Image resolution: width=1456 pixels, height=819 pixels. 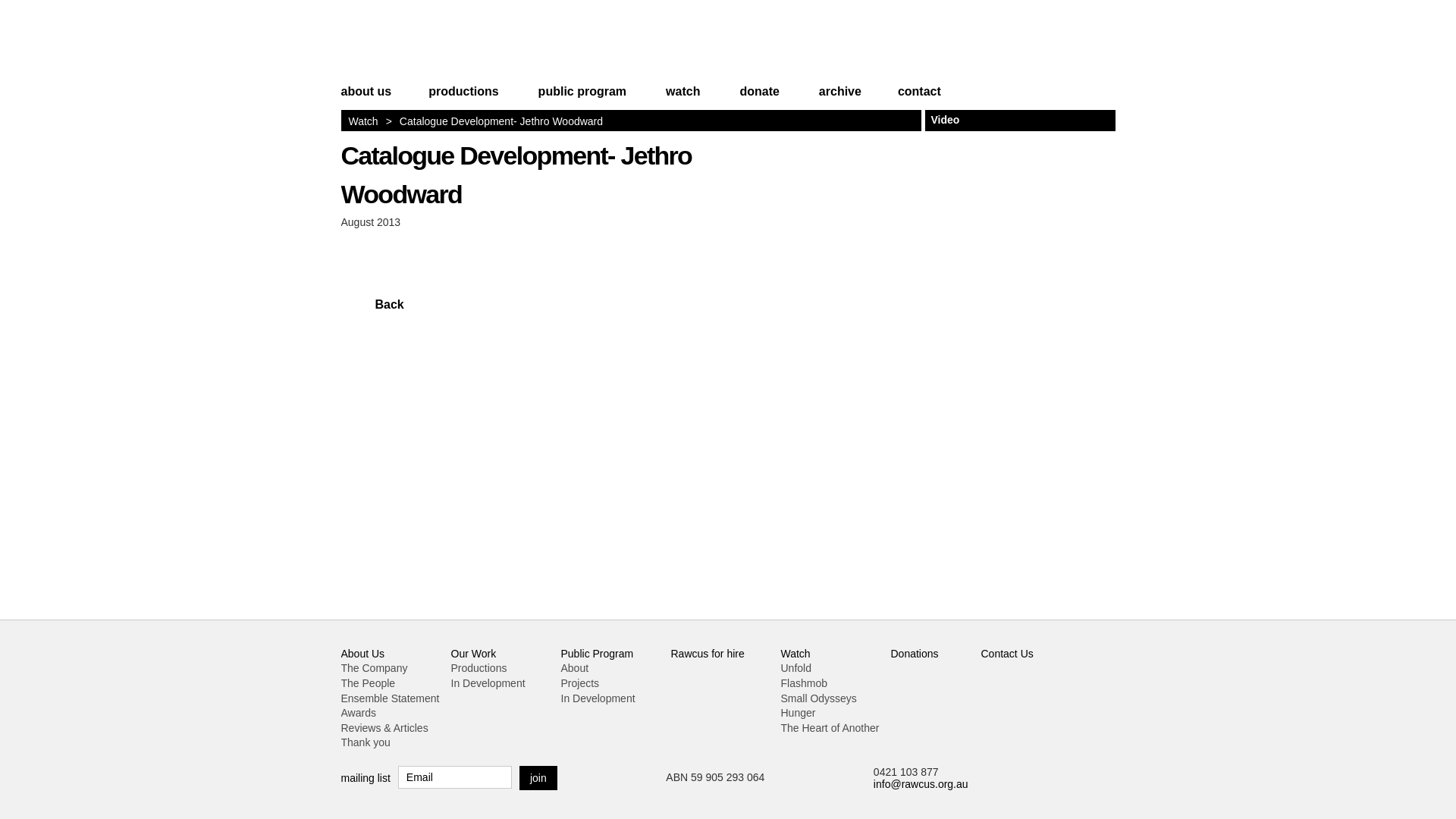 What do you see at coordinates (450, 683) in the screenshot?
I see `'In Development'` at bounding box center [450, 683].